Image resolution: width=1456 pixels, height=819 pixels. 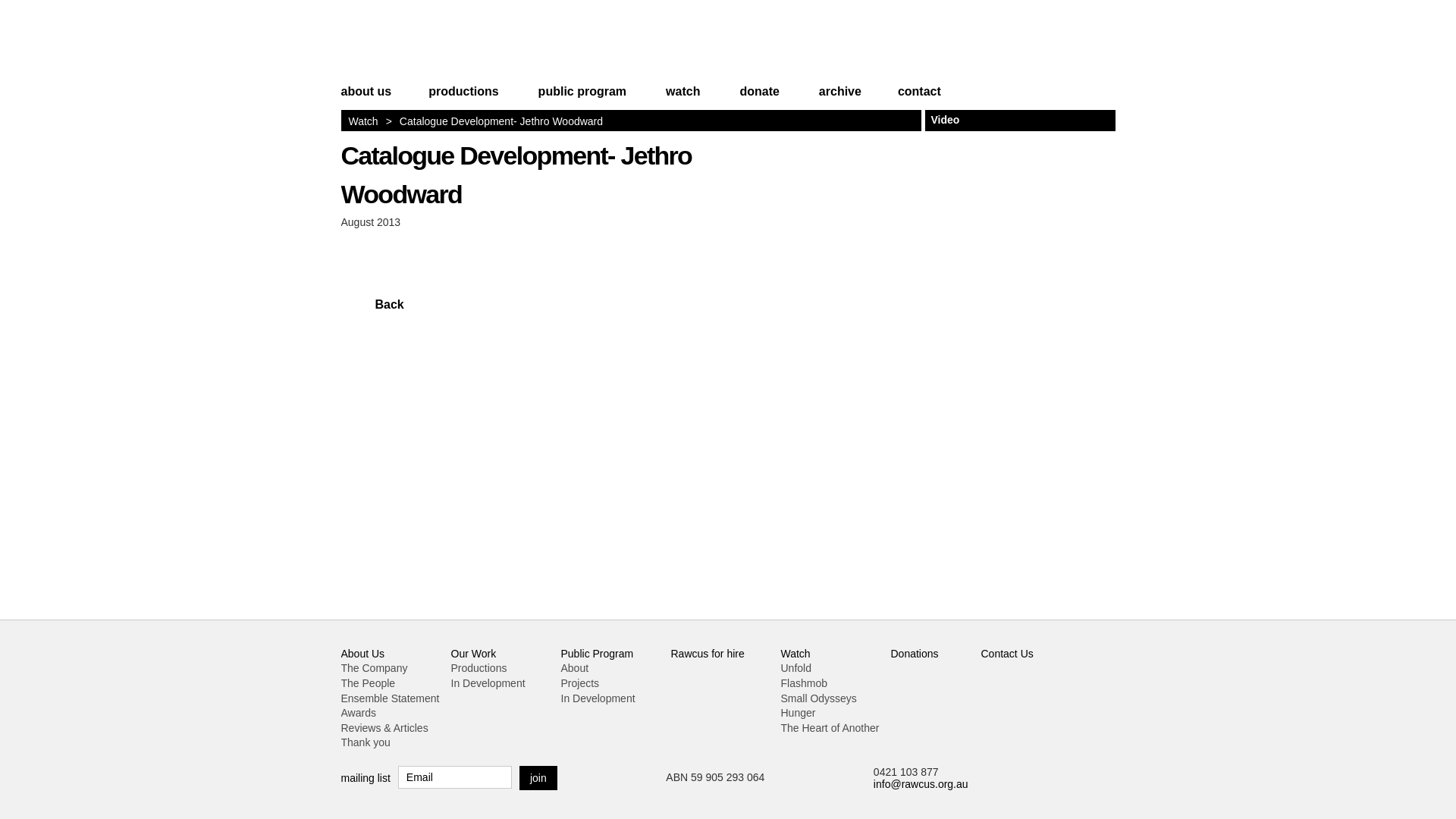 What do you see at coordinates (450, 683) in the screenshot?
I see `'In Development'` at bounding box center [450, 683].